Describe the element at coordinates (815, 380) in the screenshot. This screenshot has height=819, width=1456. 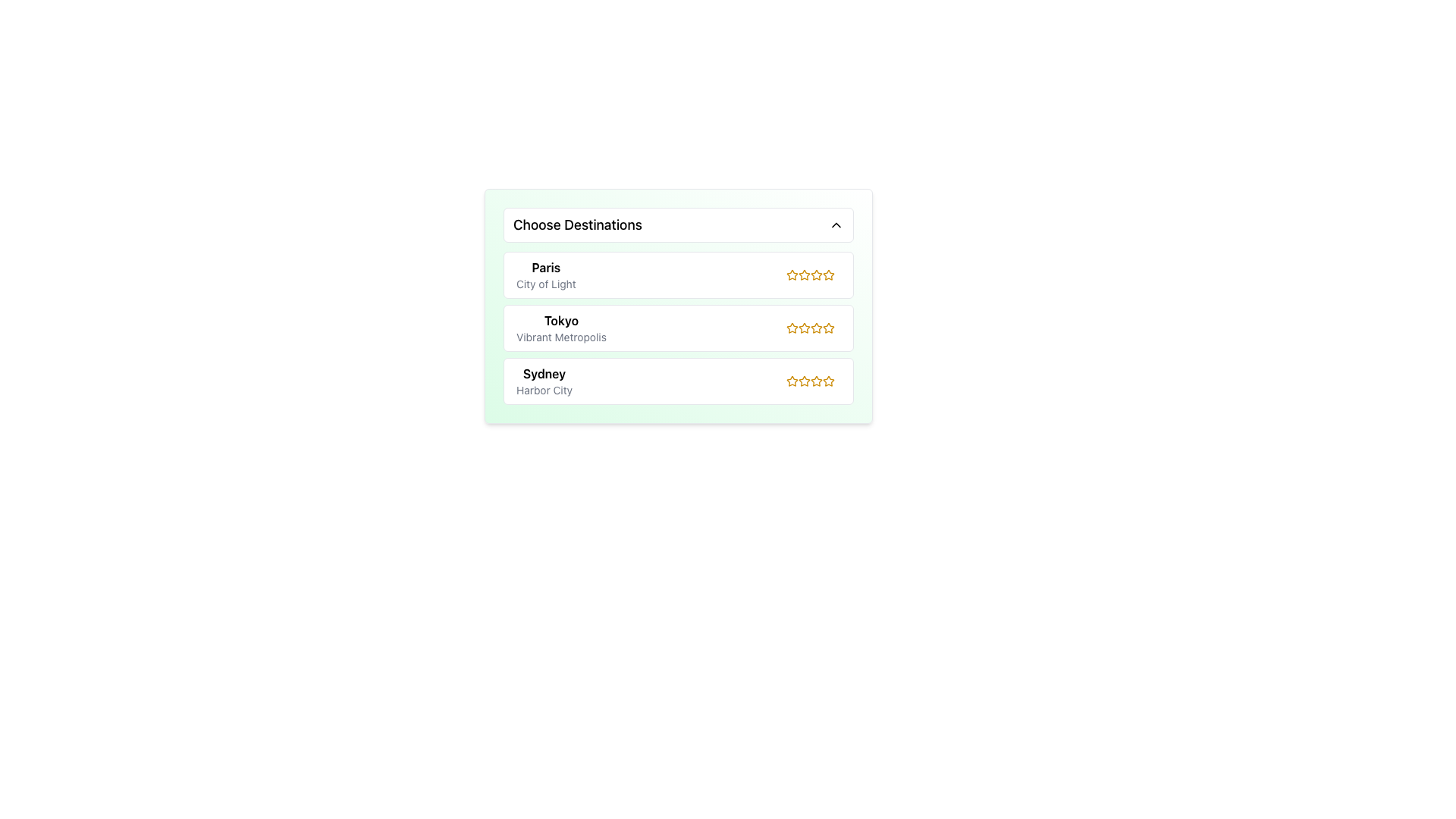
I see `the fifth star icon in the rating system for the 'Sydney' destination` at that location.